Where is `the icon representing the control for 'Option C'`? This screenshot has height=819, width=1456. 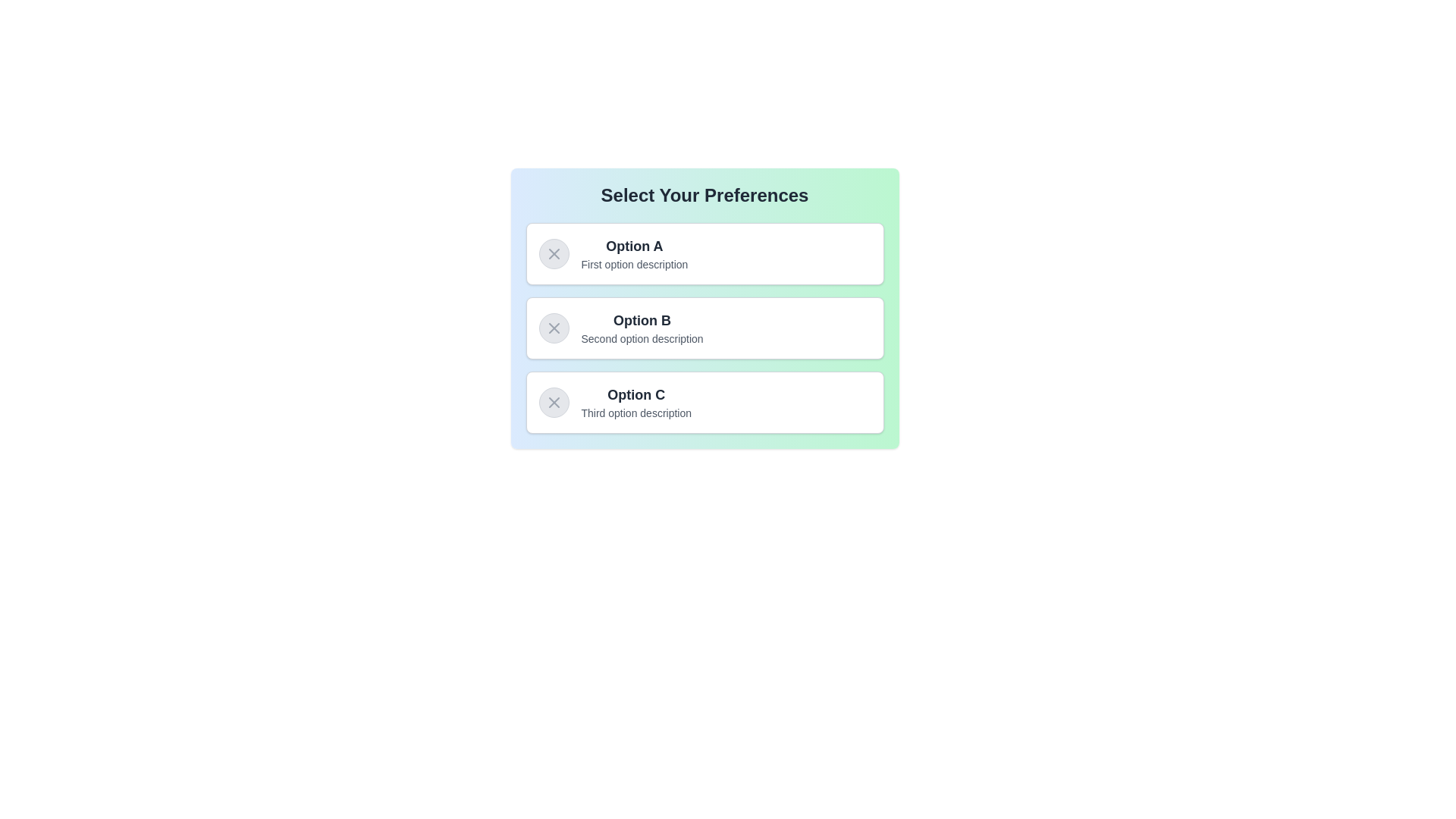 the icon representing the control for 'Option C' is located at coordinates (553, 402).